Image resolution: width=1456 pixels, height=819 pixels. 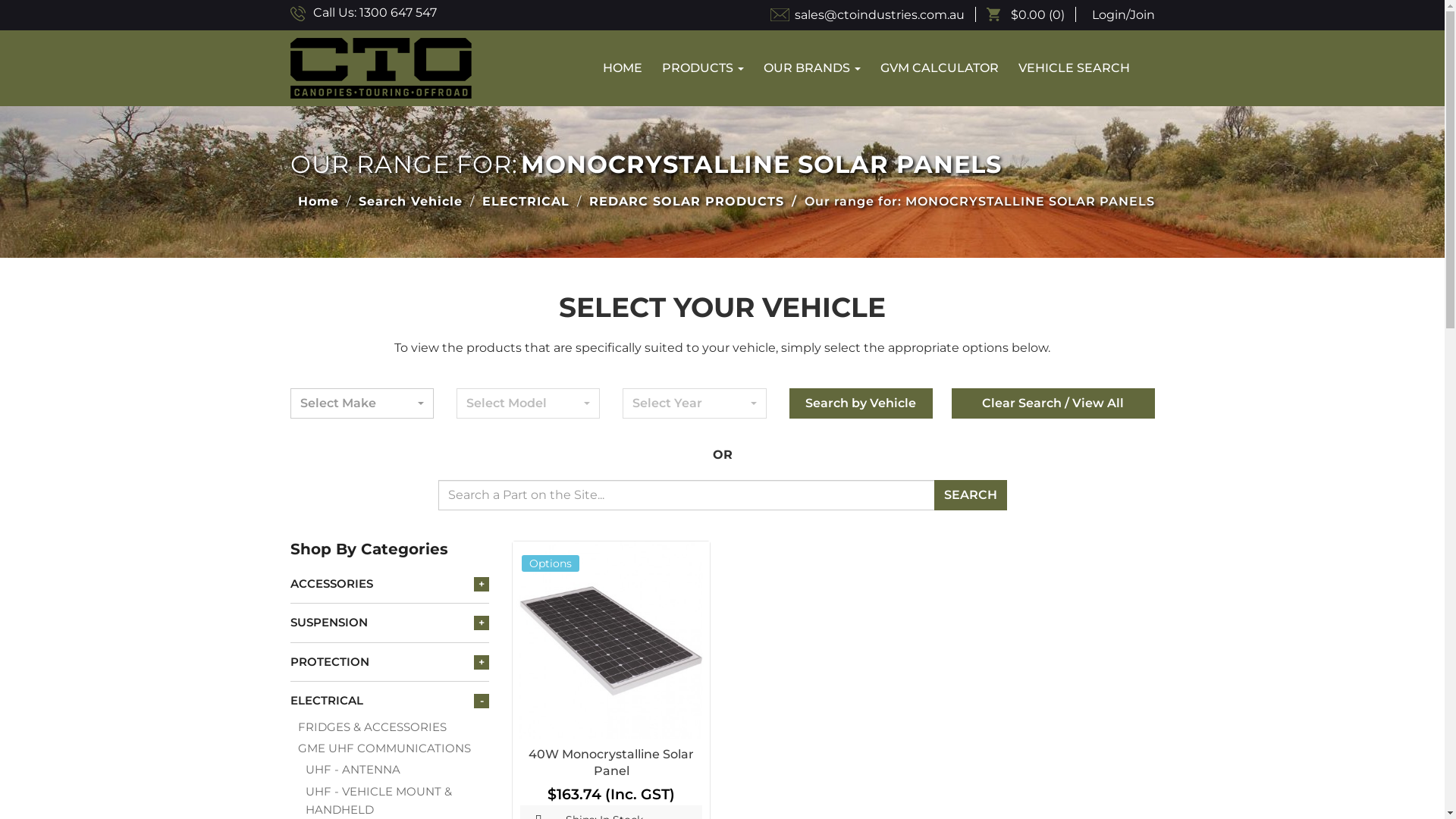 What do you see at coordinates (934, 494) in the screenshot?
I see `'SEARCH'` at bounding box center [934, 494].